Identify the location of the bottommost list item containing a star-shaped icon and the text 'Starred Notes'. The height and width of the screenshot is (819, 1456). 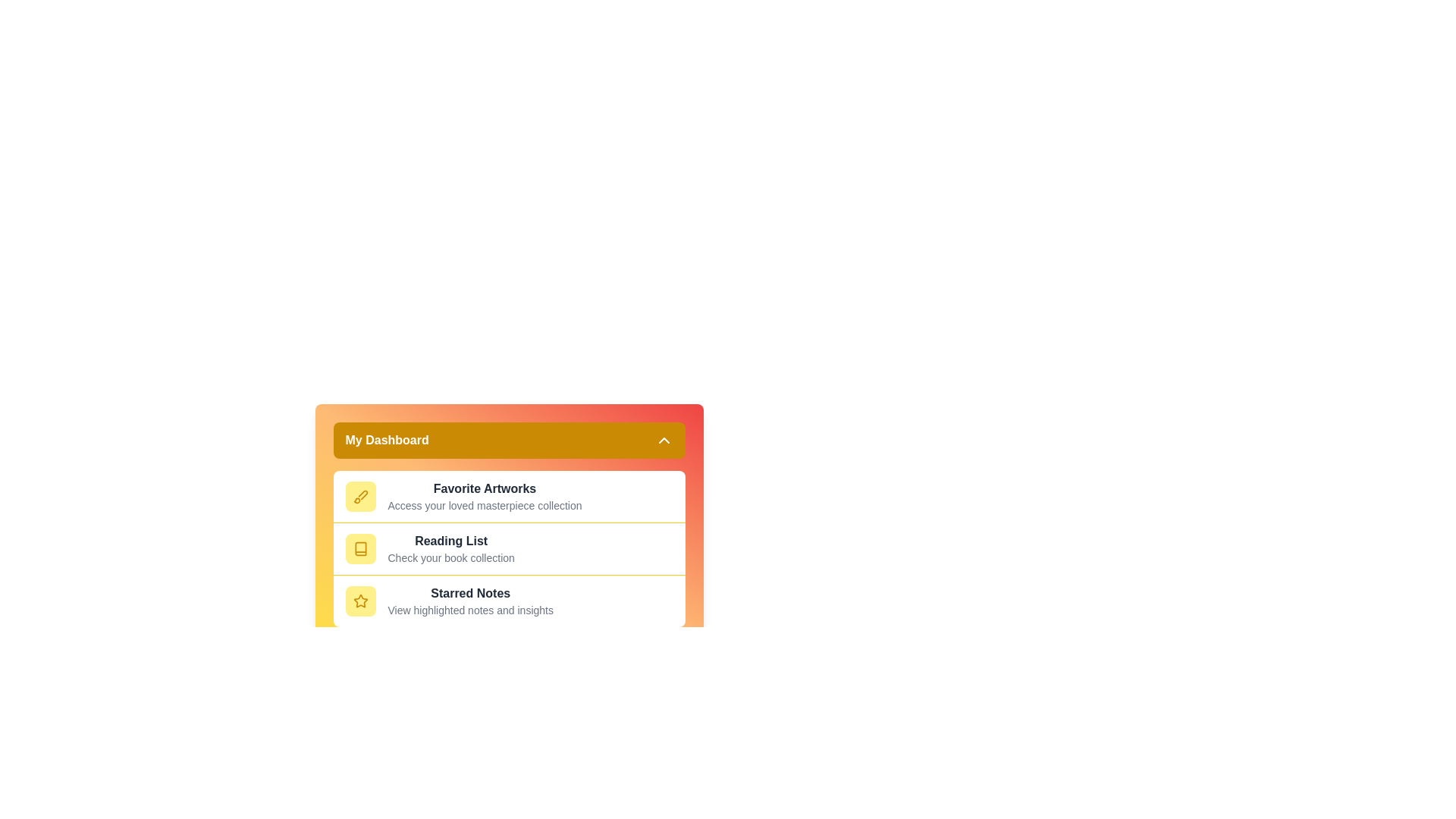
(509, 600).